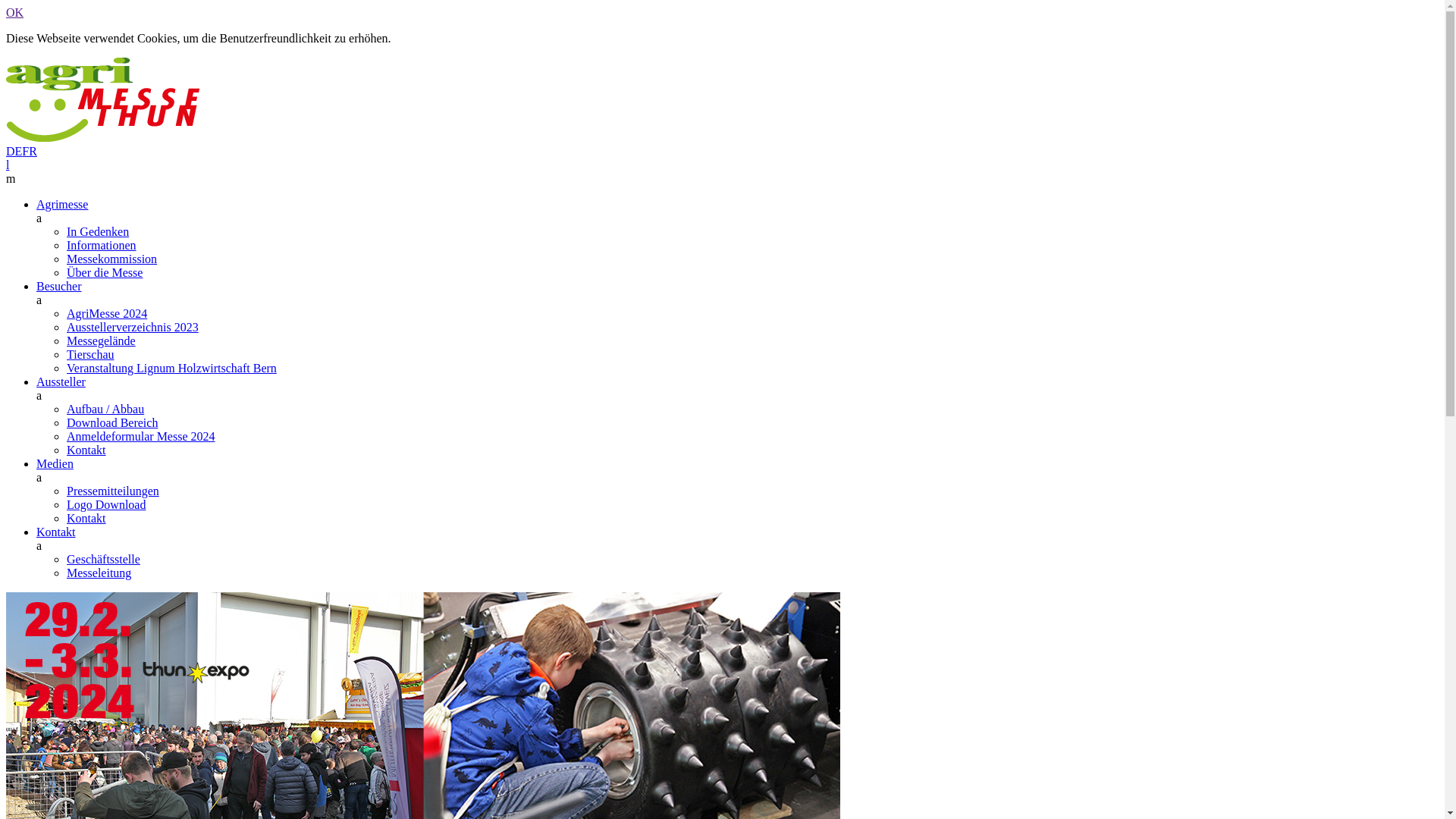 Image resolution: width=1456 pixels, height=819 pixels. What do you see at coordinates (89, 354) in the screenshot?
I see `'Tierschau'` at bounding box center [89, 354].